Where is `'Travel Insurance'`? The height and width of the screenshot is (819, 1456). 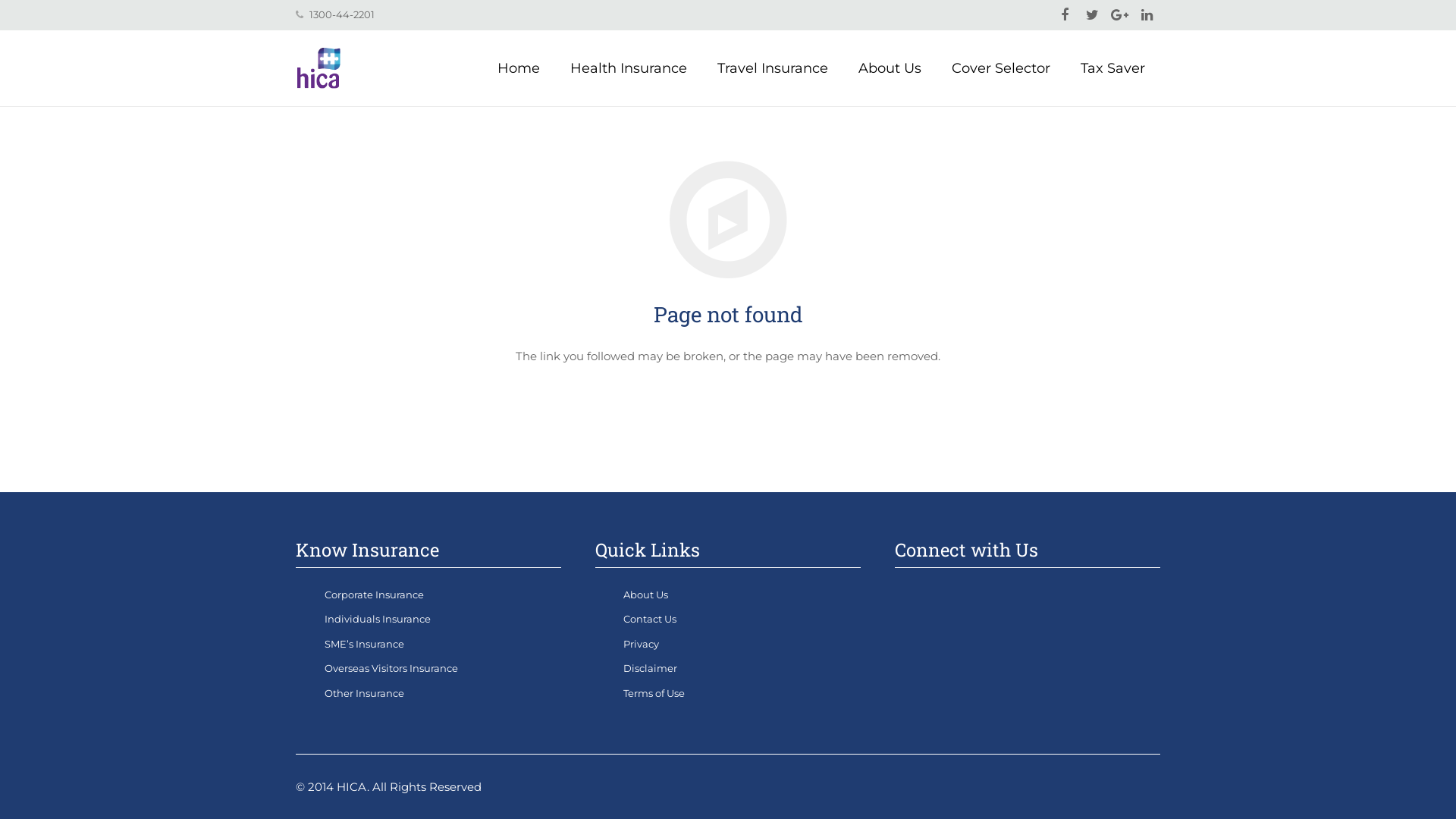 'Travel Insurance' is located at coordinates (772, 67).